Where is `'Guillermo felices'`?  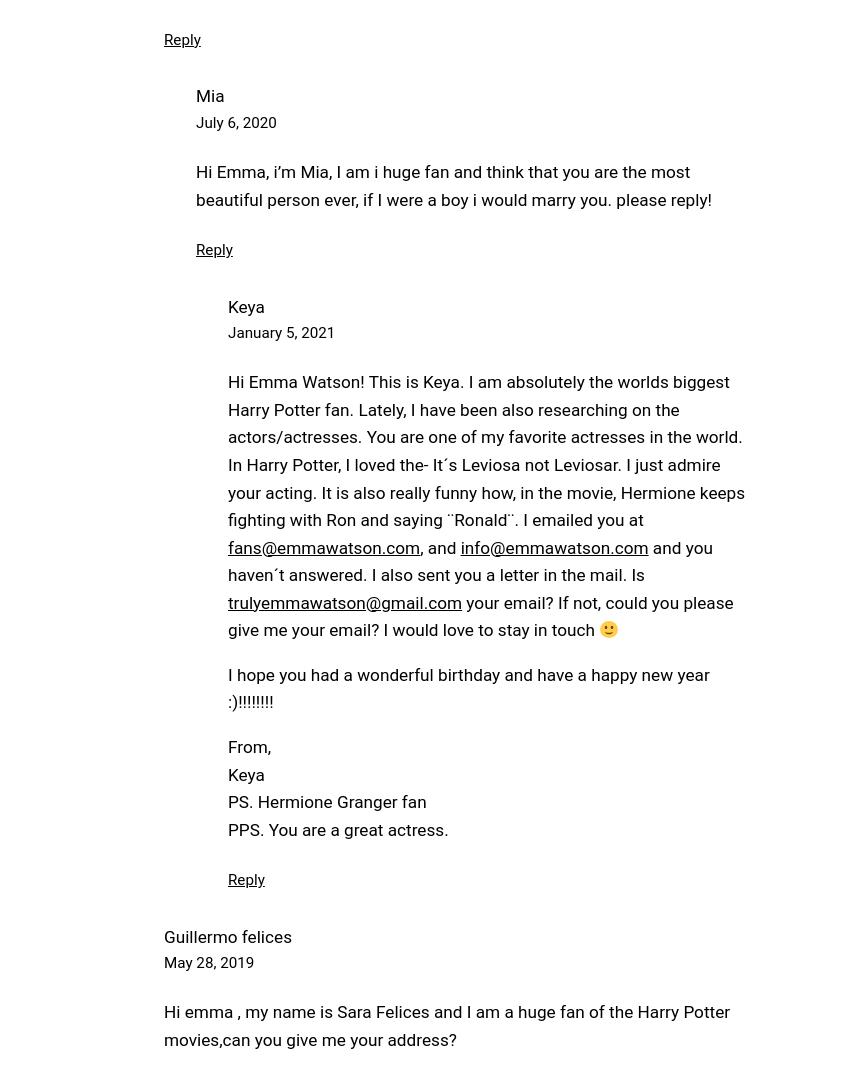
'Guillermo felices' is located at coordinates (227, 935).